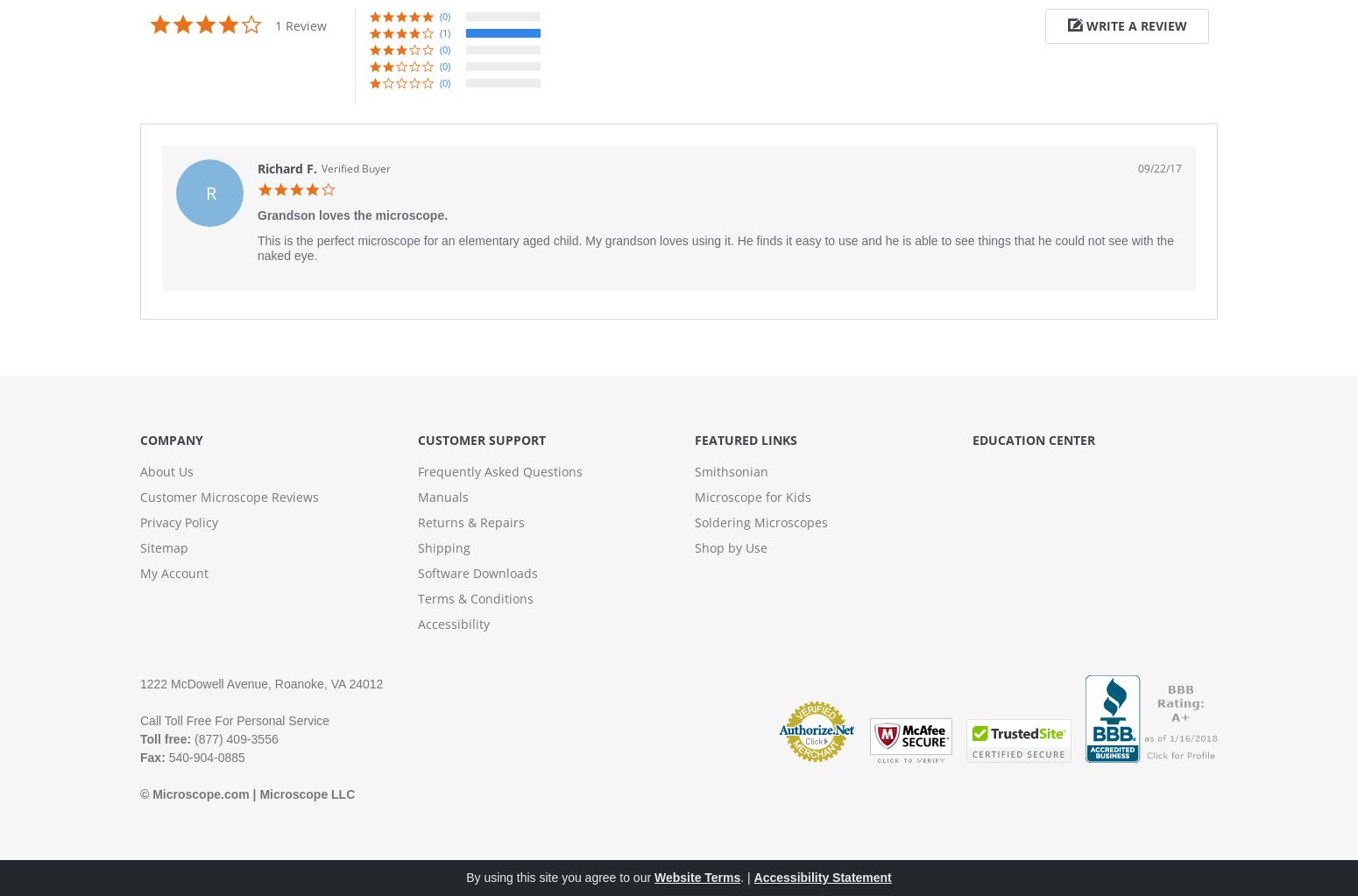 This screenshot has width=1358, height=896. I want to click on 'Education Center', so click(1032, 439).